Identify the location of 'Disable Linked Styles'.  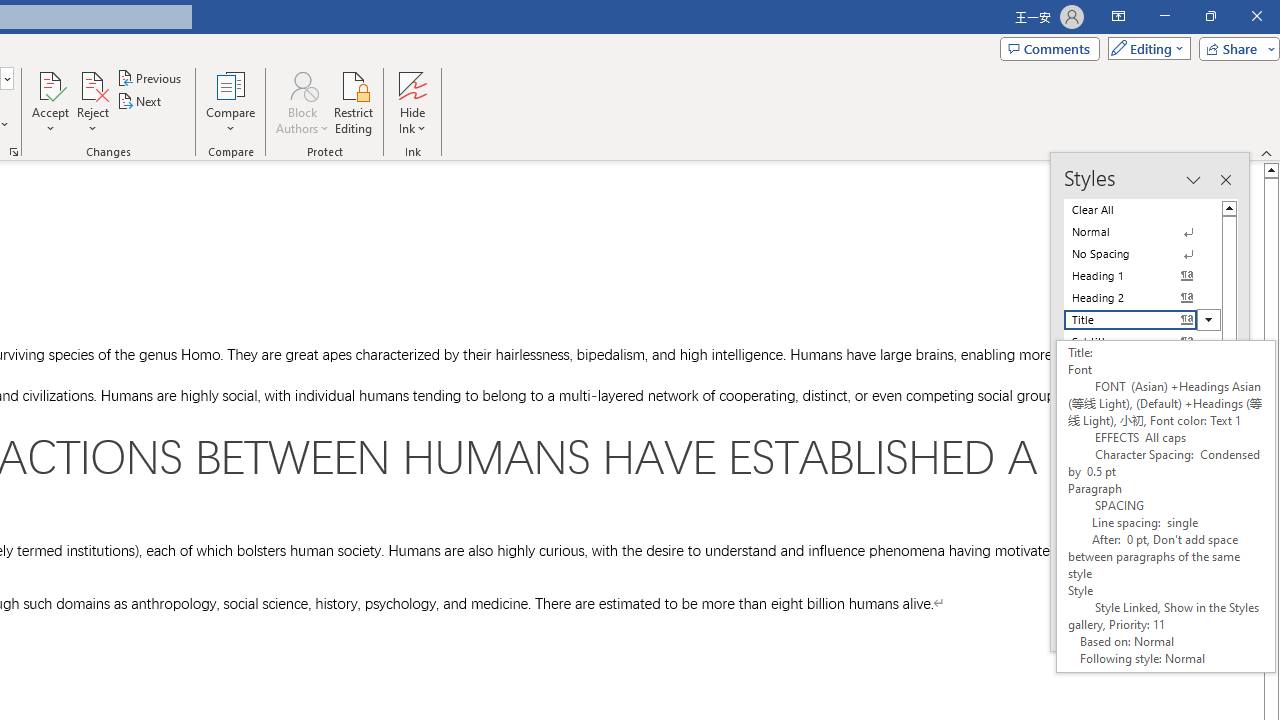
(1129, 598).